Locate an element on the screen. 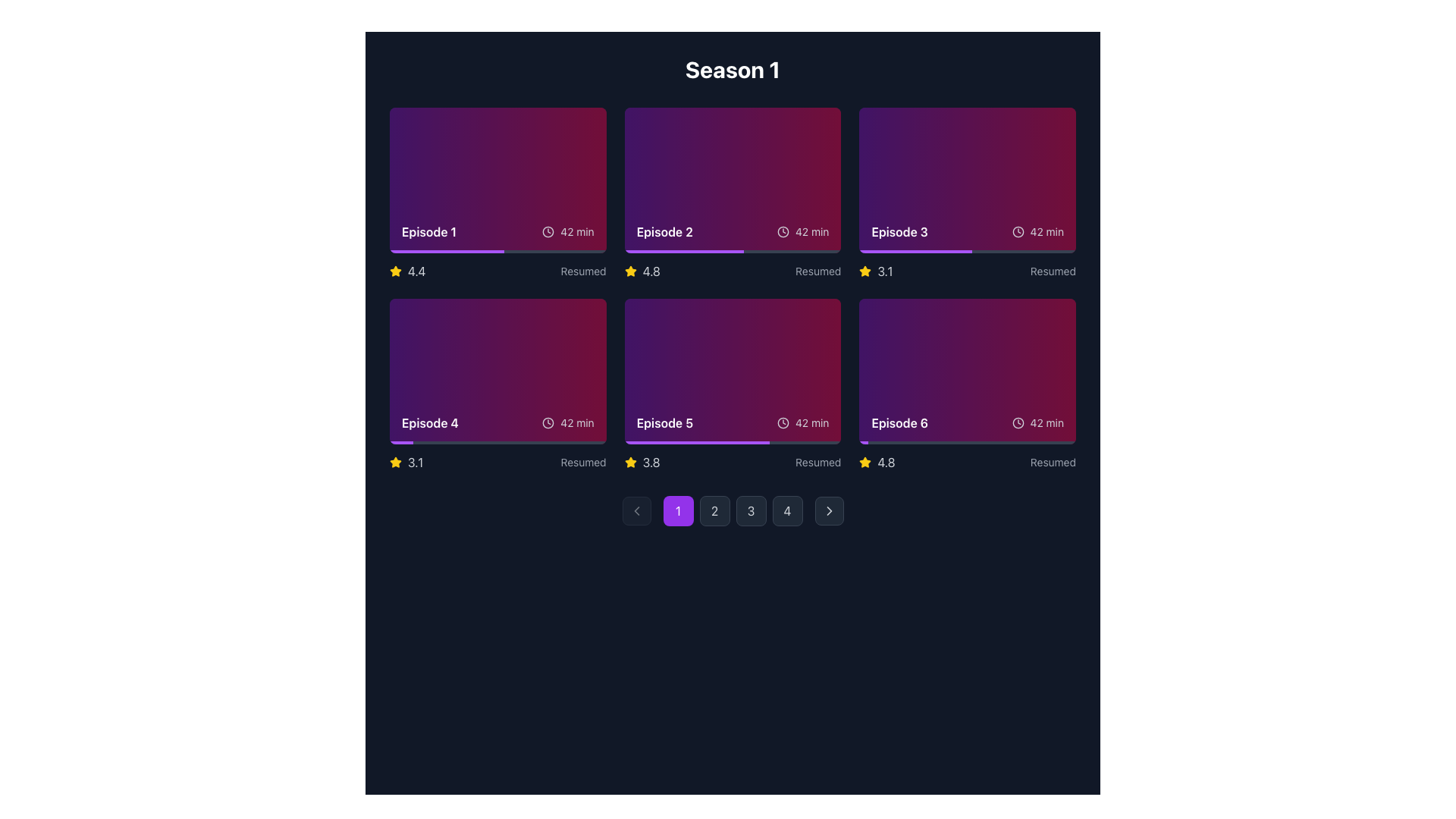 This screenshot has height=819, width=1456. Text label with the clock icon showing '42 min', located in the metadata section to the right of 'Episode 5' in the card layout for the fifth episode is located at coordinates (802, 423).